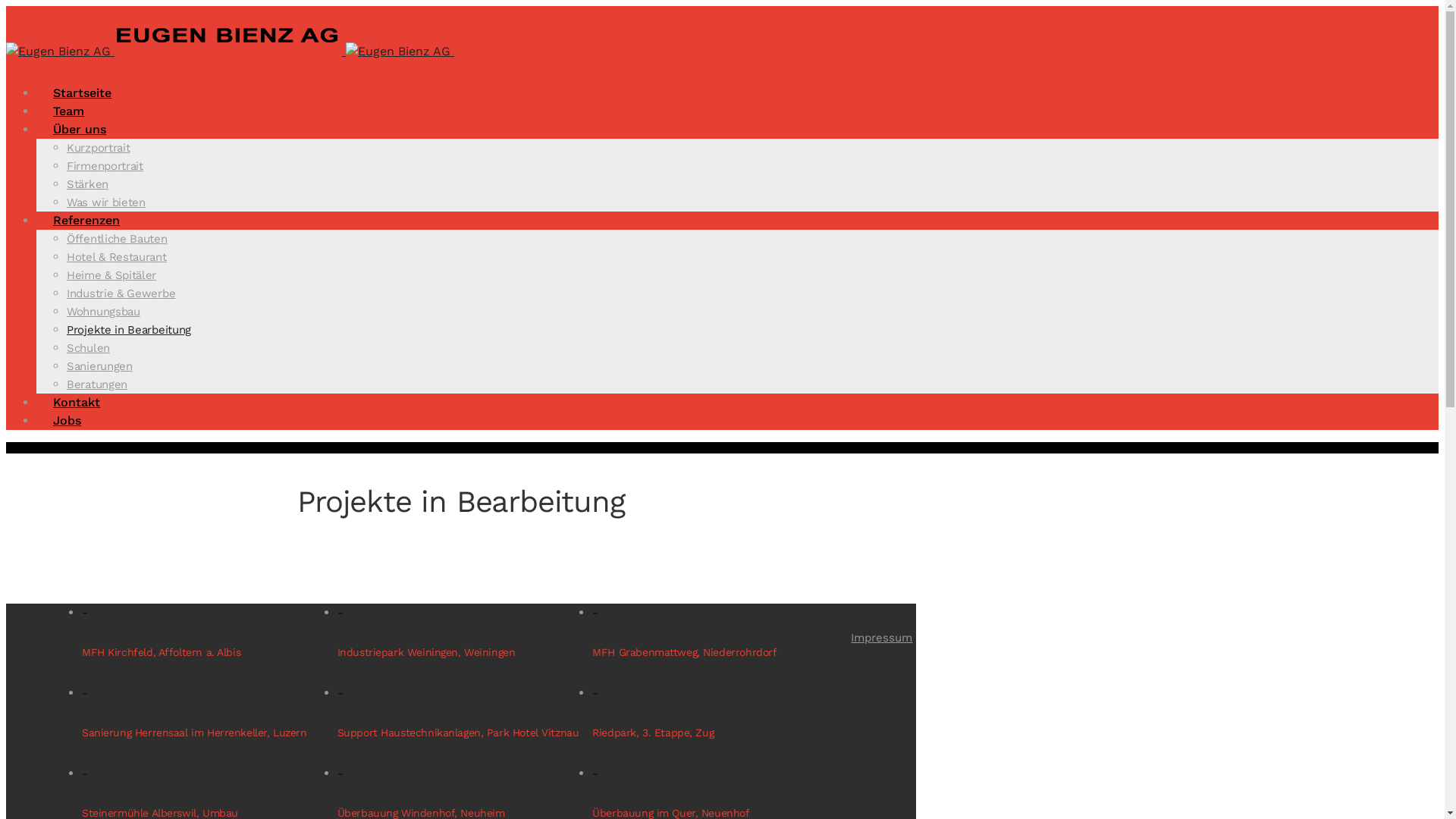 The height and width of the screenshot is (819, 1456). Describe the element at coordinates (65, 201) in the screenshot. I see `'Was wir bieten'` at that location.